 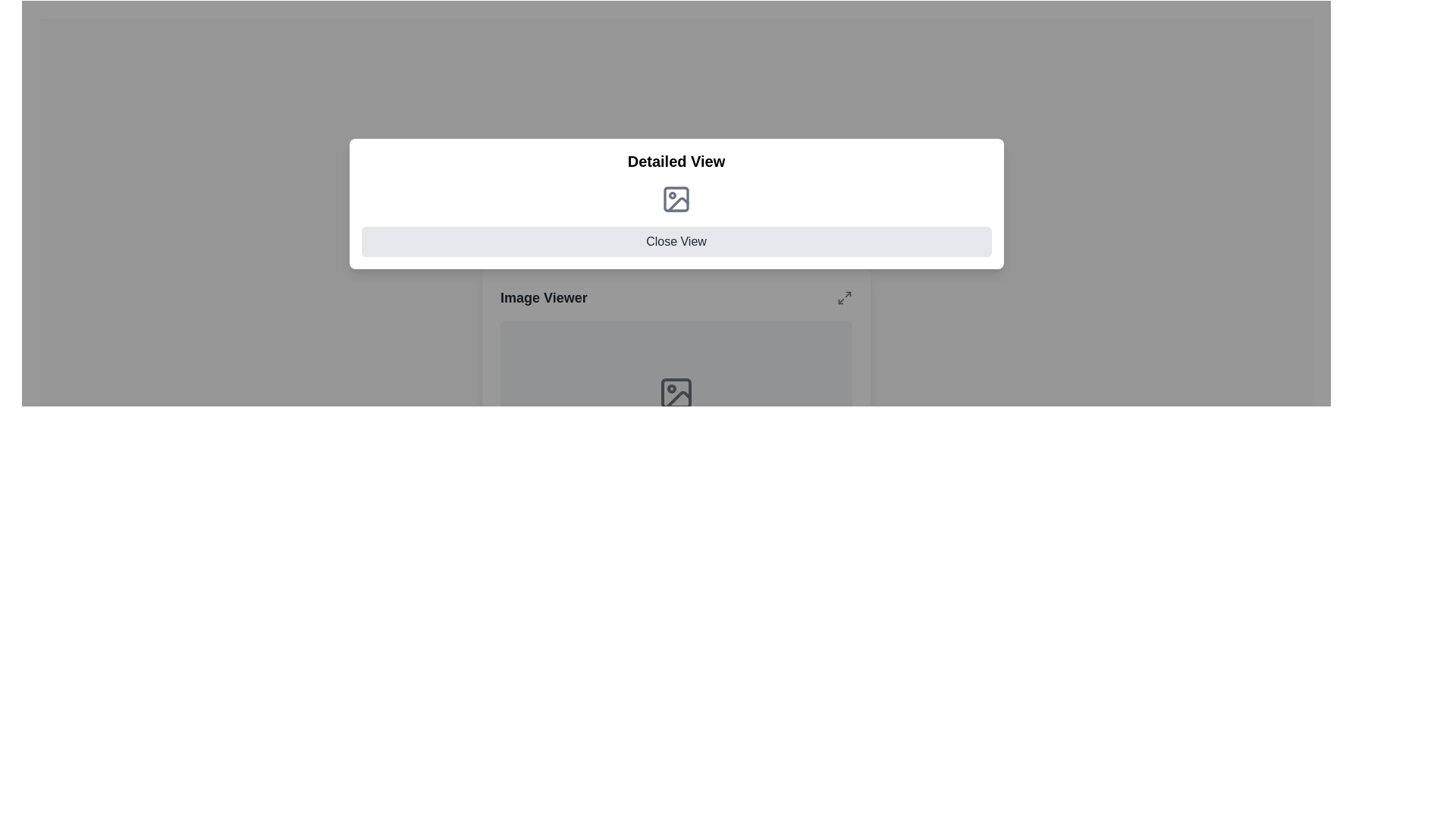 What do you see at coordinates (676, 240) in the screenshot?
I see `the 'Close View' button` at bounding box center [676, 240].